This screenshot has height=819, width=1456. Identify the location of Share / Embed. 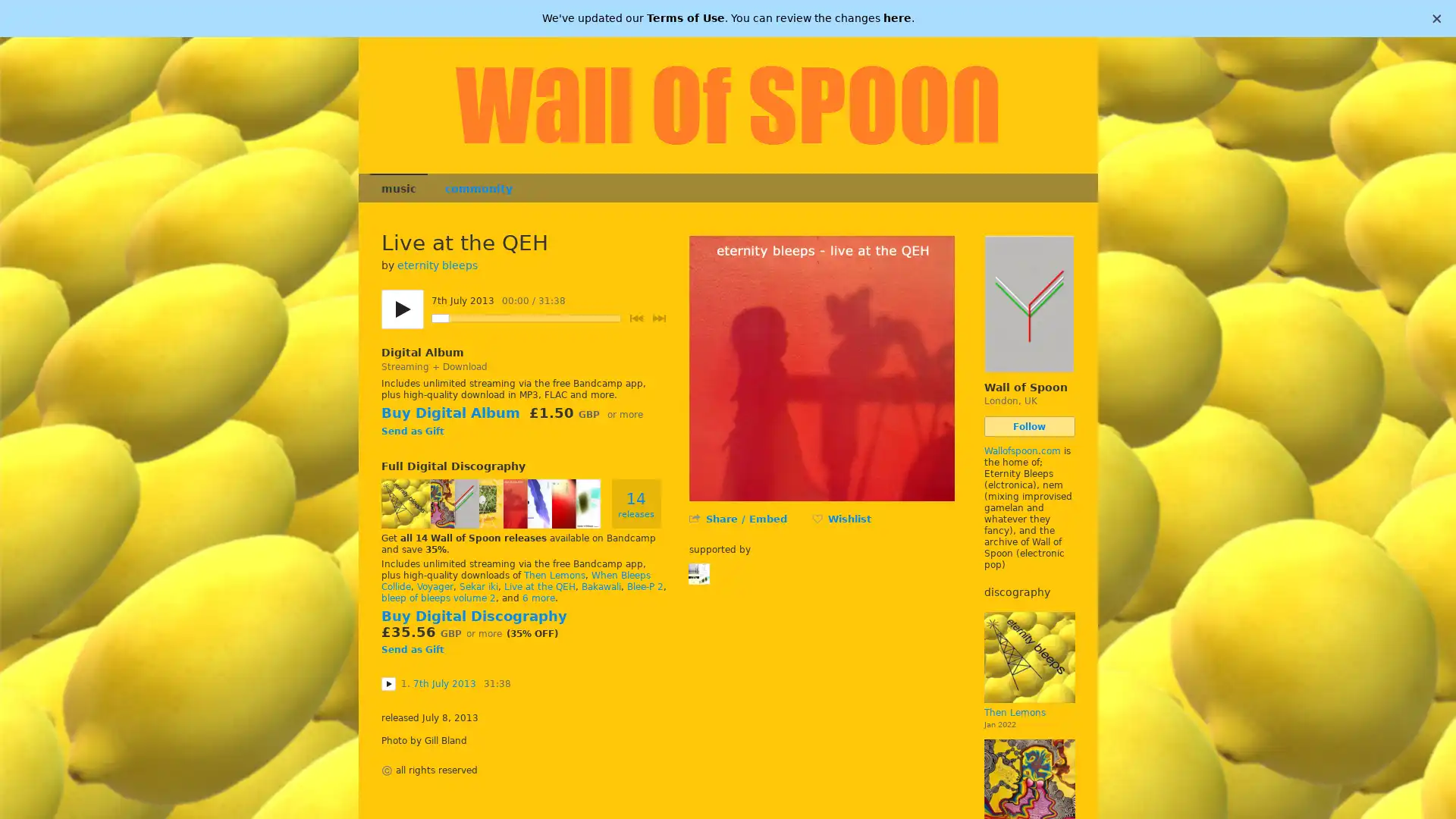
(745, 518).